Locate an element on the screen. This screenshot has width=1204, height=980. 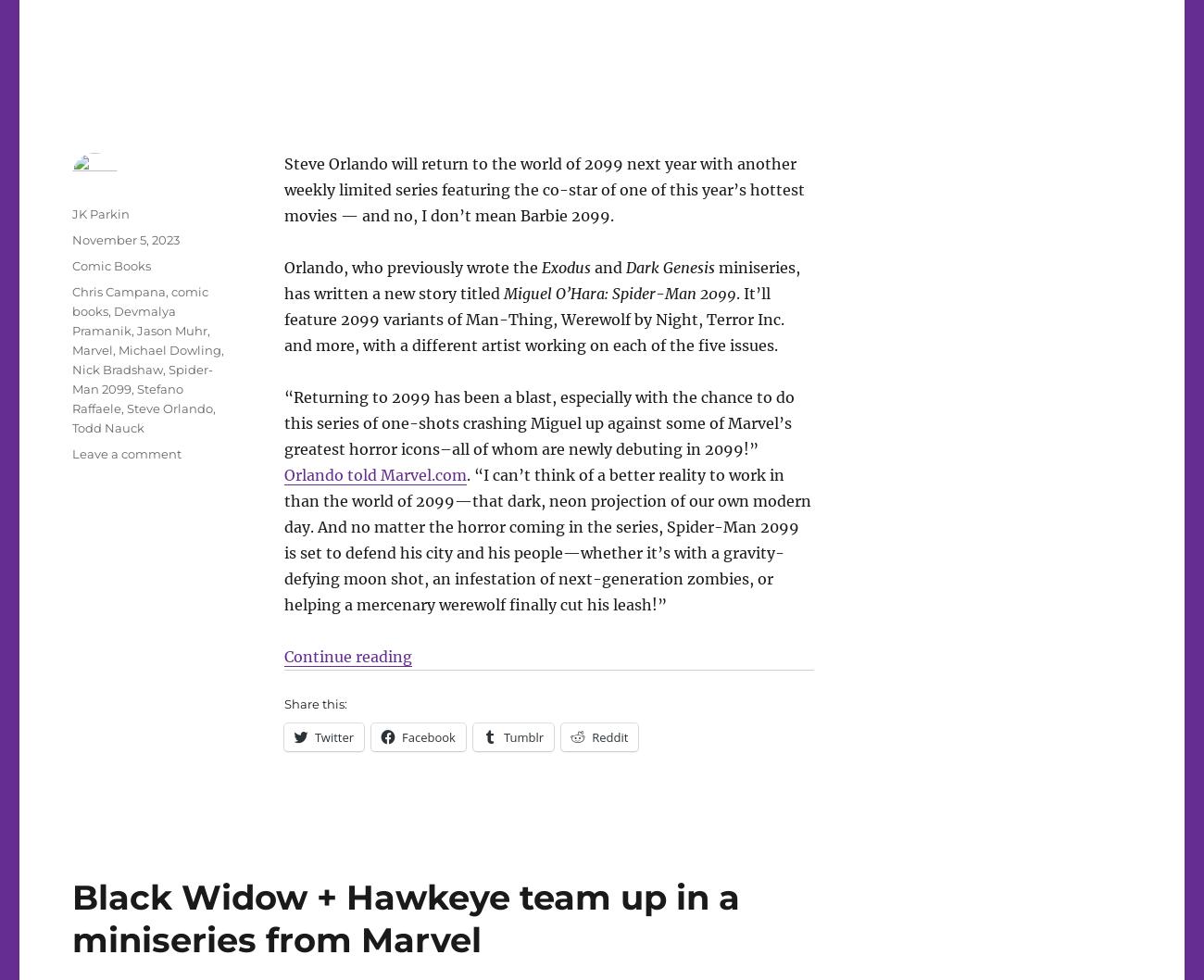
'Michael Dowling' is located at coordinates (118, 350).